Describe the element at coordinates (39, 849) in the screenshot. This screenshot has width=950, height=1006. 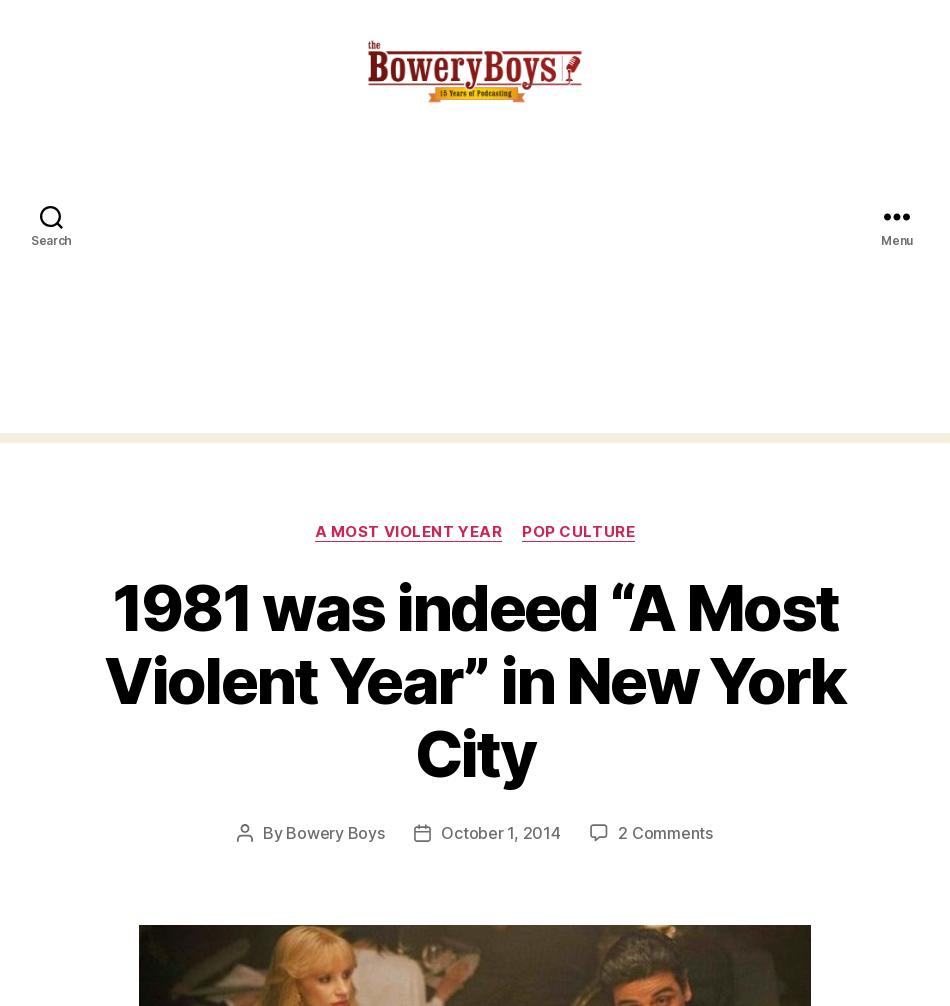
I see `'About Us'` at that location.